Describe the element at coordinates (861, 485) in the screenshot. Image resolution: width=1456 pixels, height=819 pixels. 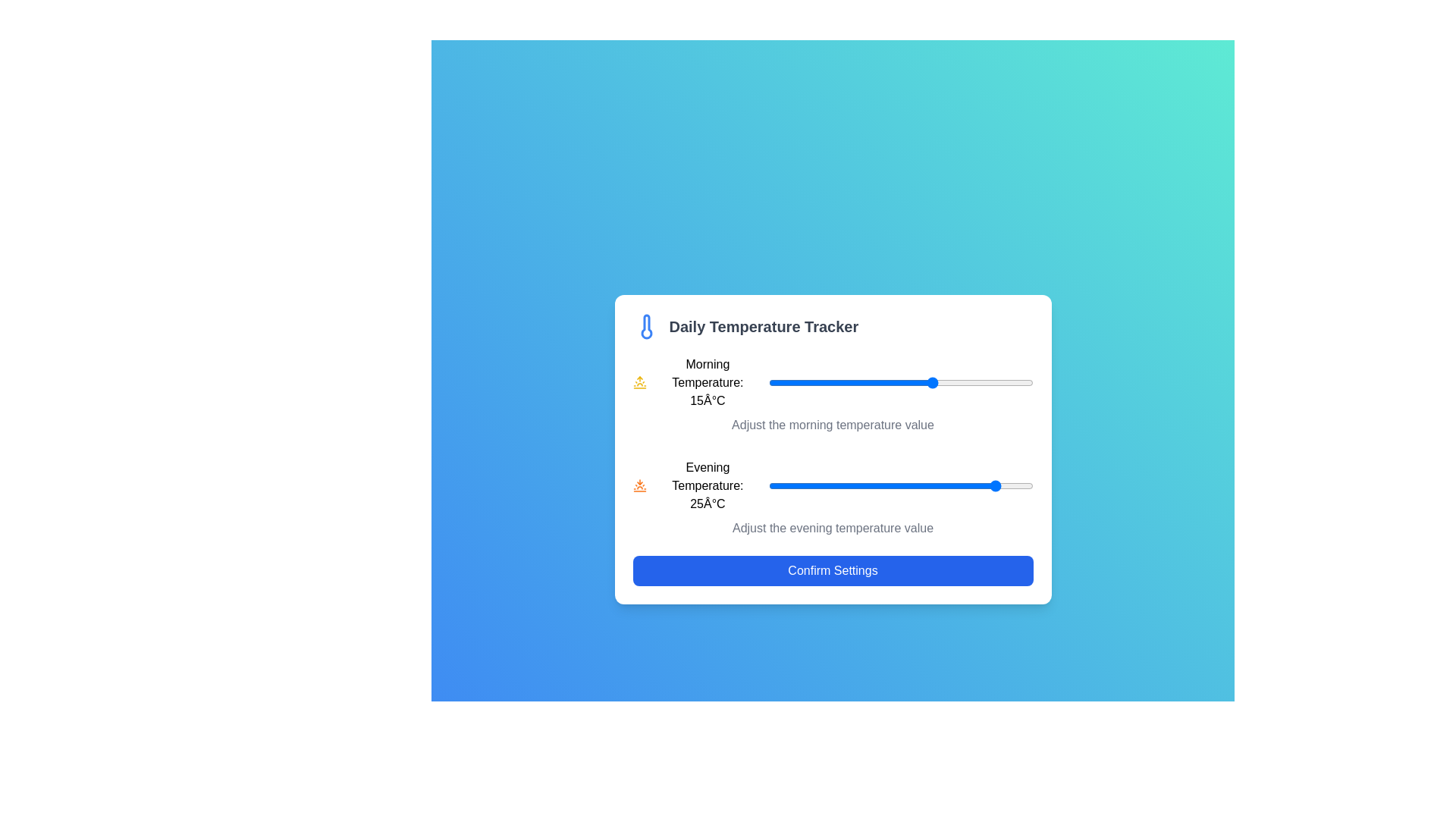
I see `the evening temperature slider to 4°C` at that location.